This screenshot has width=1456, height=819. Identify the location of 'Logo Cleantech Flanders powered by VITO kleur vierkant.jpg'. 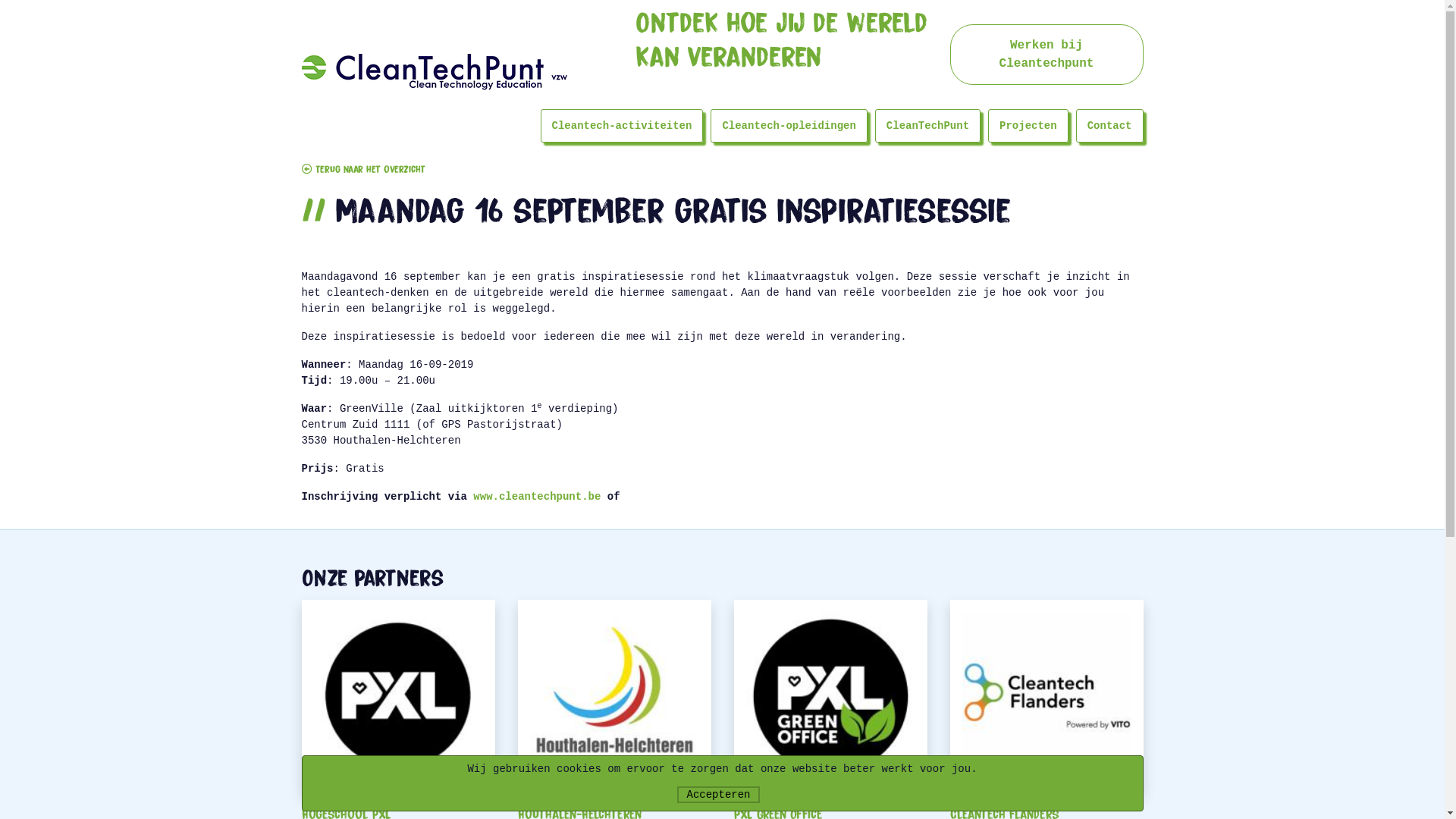
(1045, 696).